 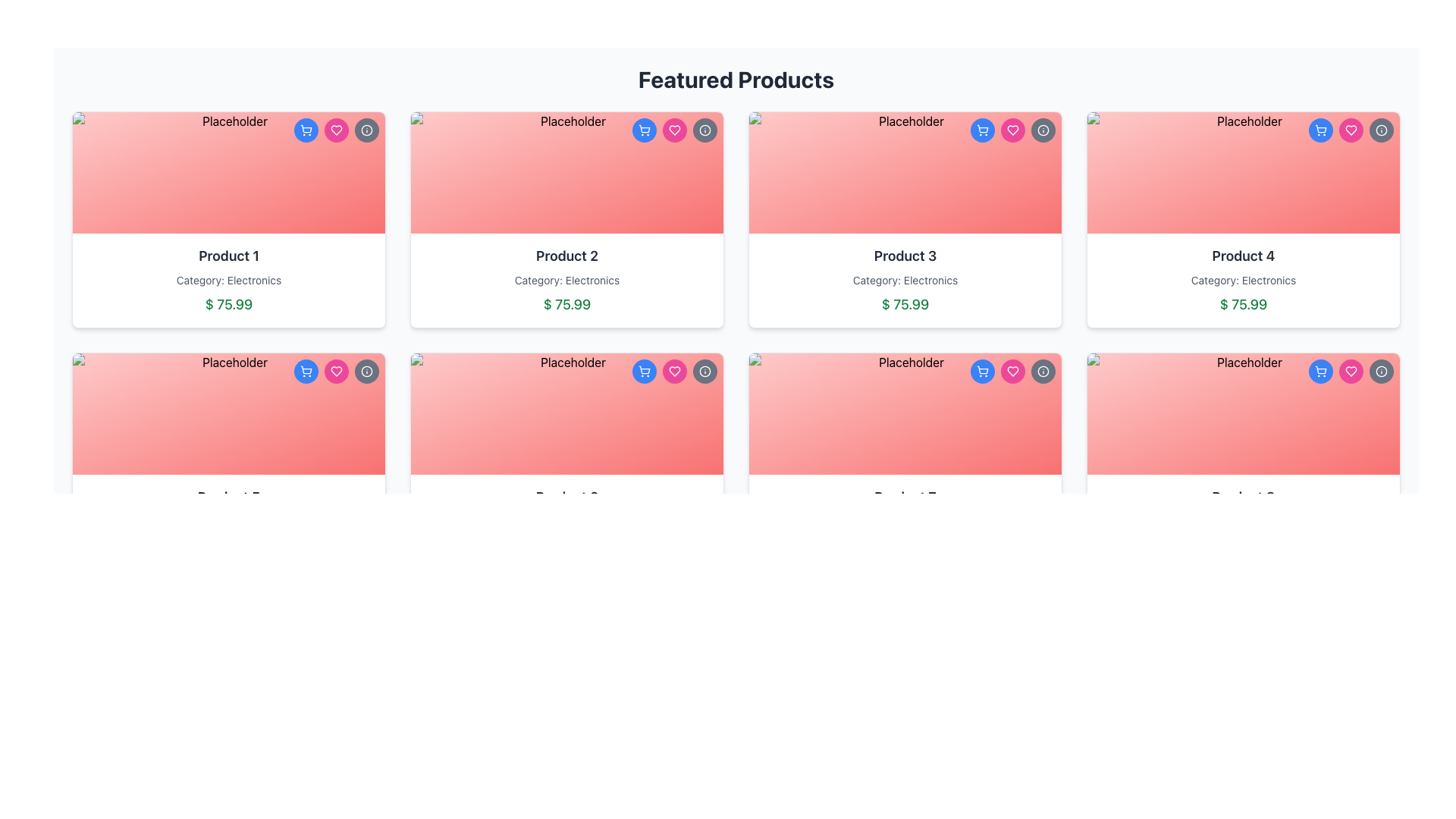 What do you see at coordinates (1043, 371) in the screenshot?
I see `the circular button with a gray background containing an 'i' icon, located in the upper-right corner of the product card for 'Product 3'` at bounding box center [1043, 371].